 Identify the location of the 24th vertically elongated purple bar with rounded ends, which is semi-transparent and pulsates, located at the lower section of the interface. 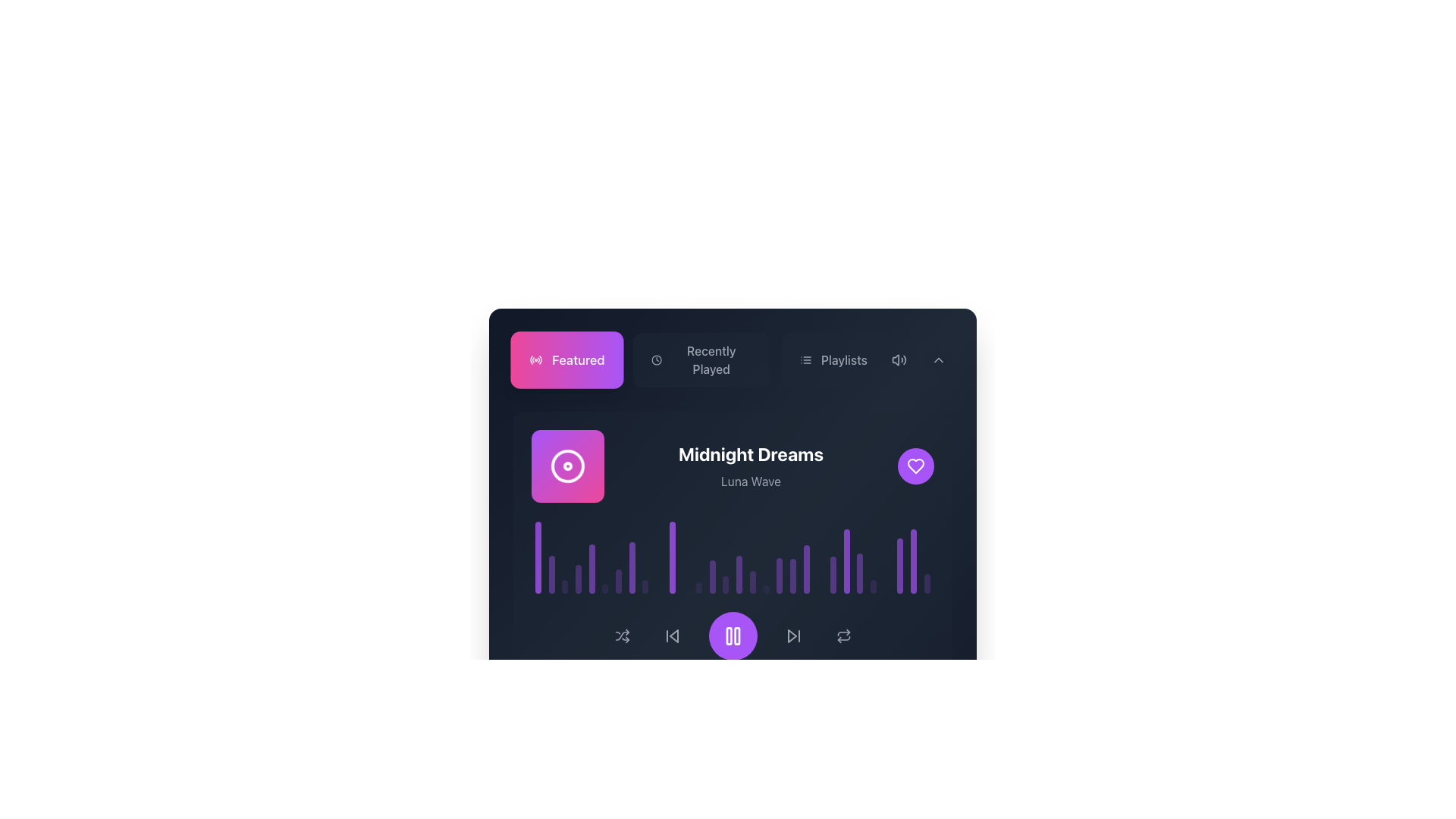
(846, 561).